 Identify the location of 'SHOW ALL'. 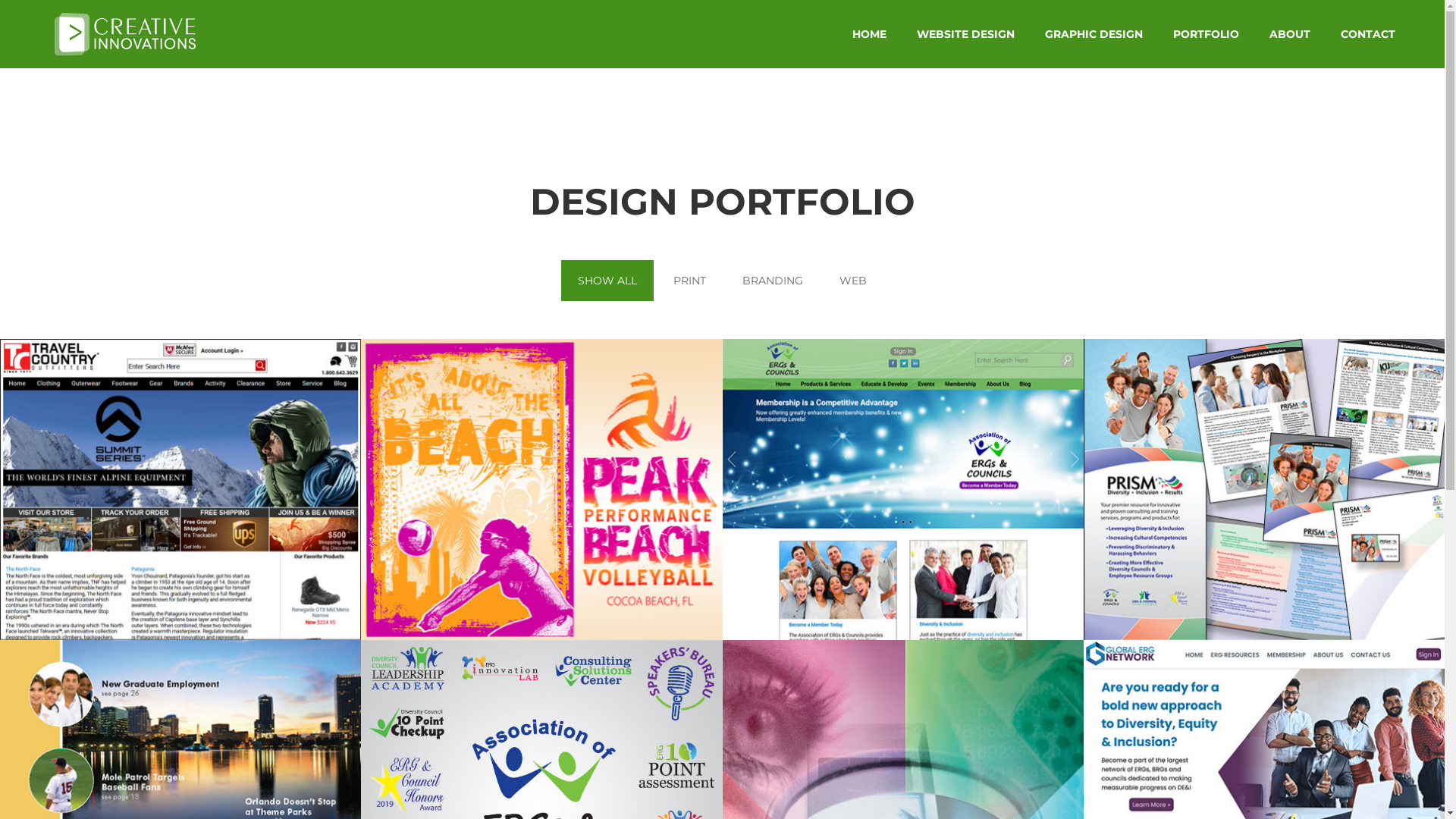
(607, 281).